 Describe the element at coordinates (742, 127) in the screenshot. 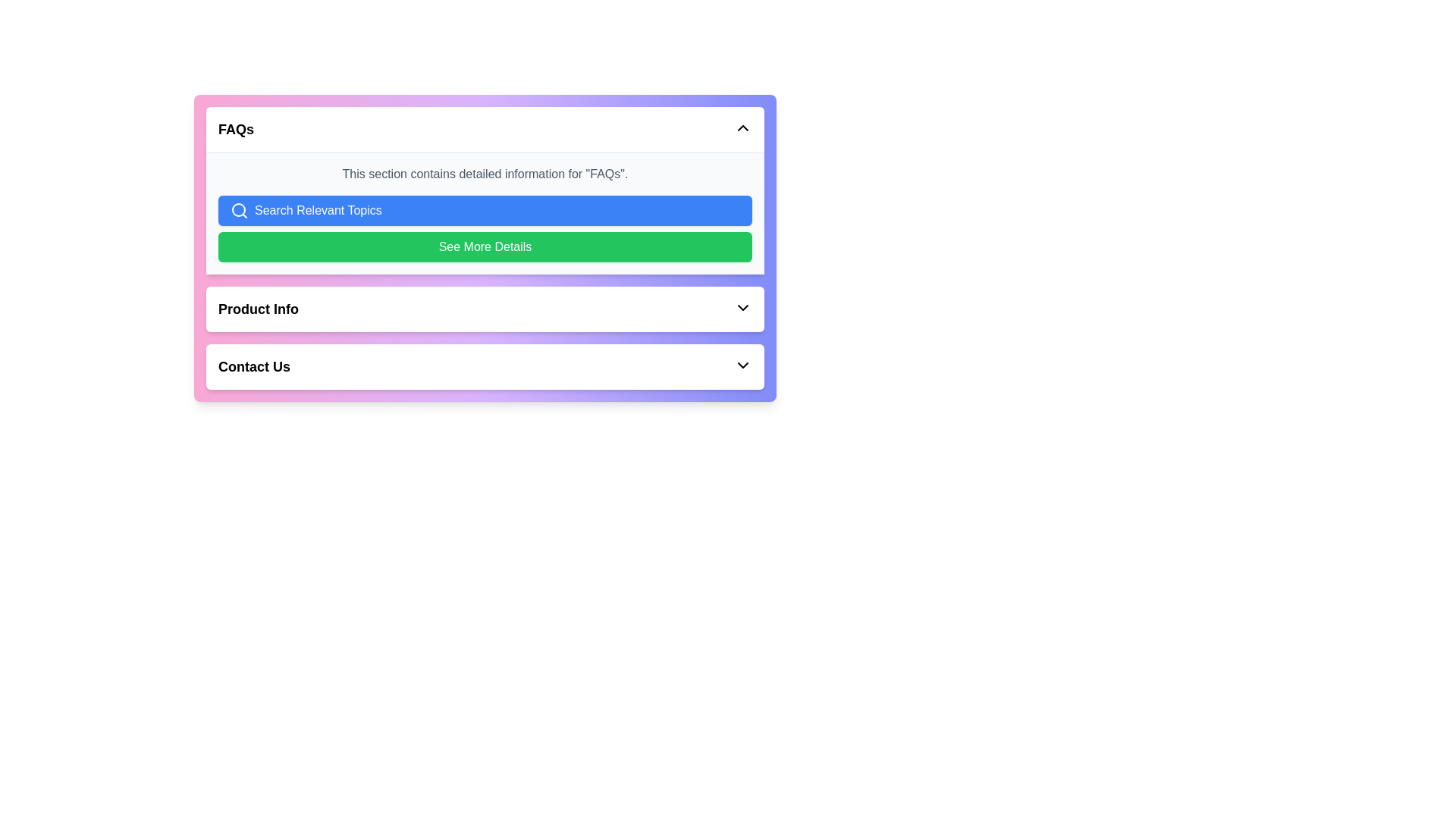

I see `the upward-pointing chevron icon located in the header section labeled 'FAQs'` at that location.